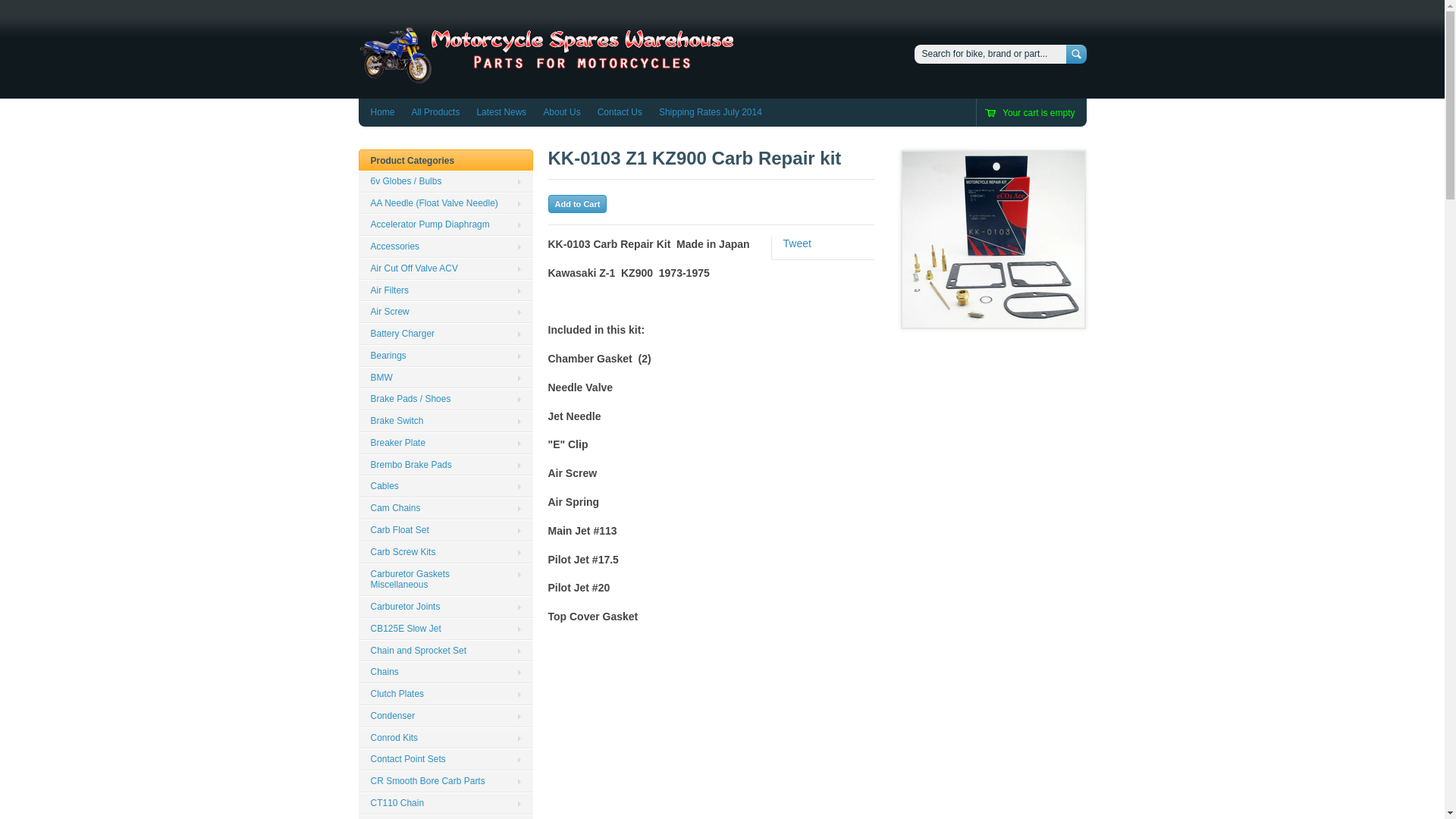 This screenshot has width=1456, height=819. Describe the element at coordinates (444, 781) in the screenshot. I see `'CR Smooth Bore Carb Parts'` at that location.